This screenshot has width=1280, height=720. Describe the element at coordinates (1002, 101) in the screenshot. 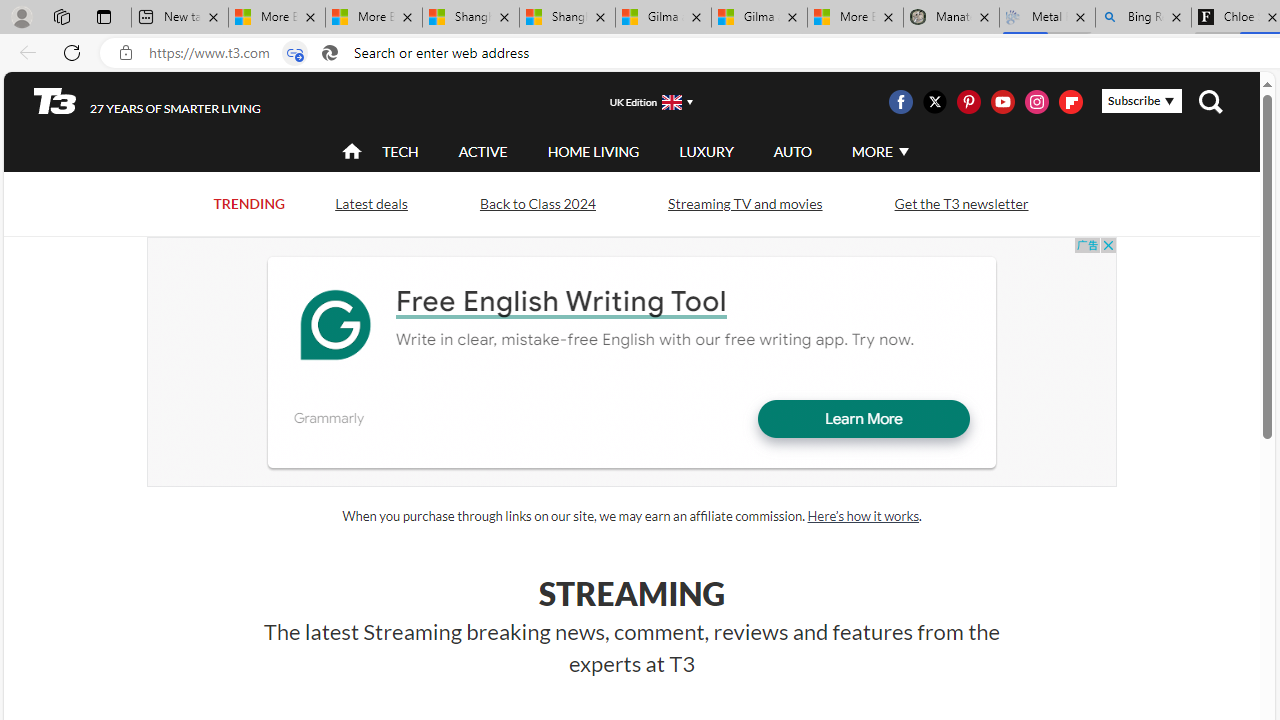

I see `'Visit us on Youtube'` at that location.